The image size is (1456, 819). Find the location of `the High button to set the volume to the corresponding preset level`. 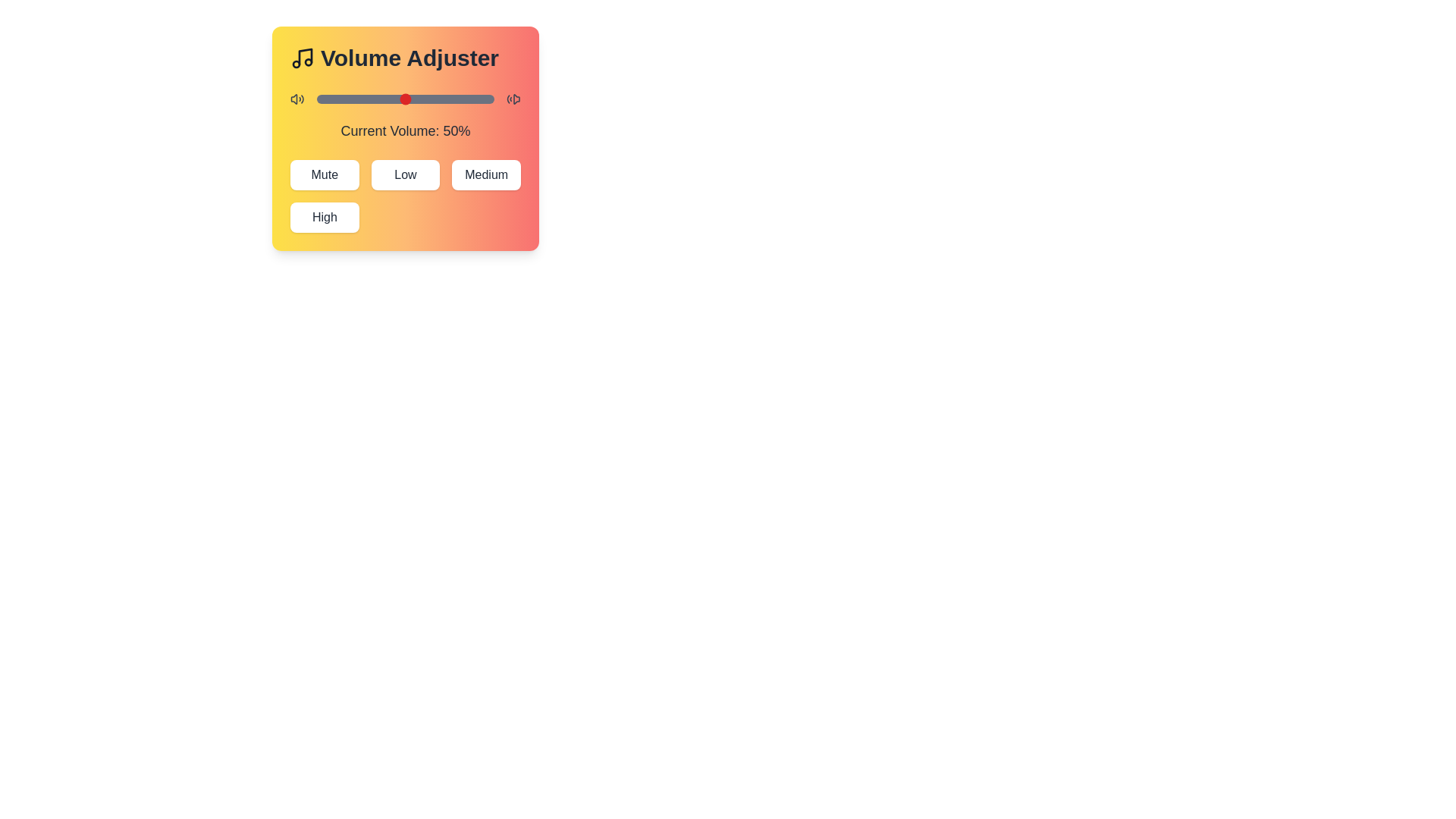

the High button to set the volume to the corresponding preset level is located at coordinates (323, 217).